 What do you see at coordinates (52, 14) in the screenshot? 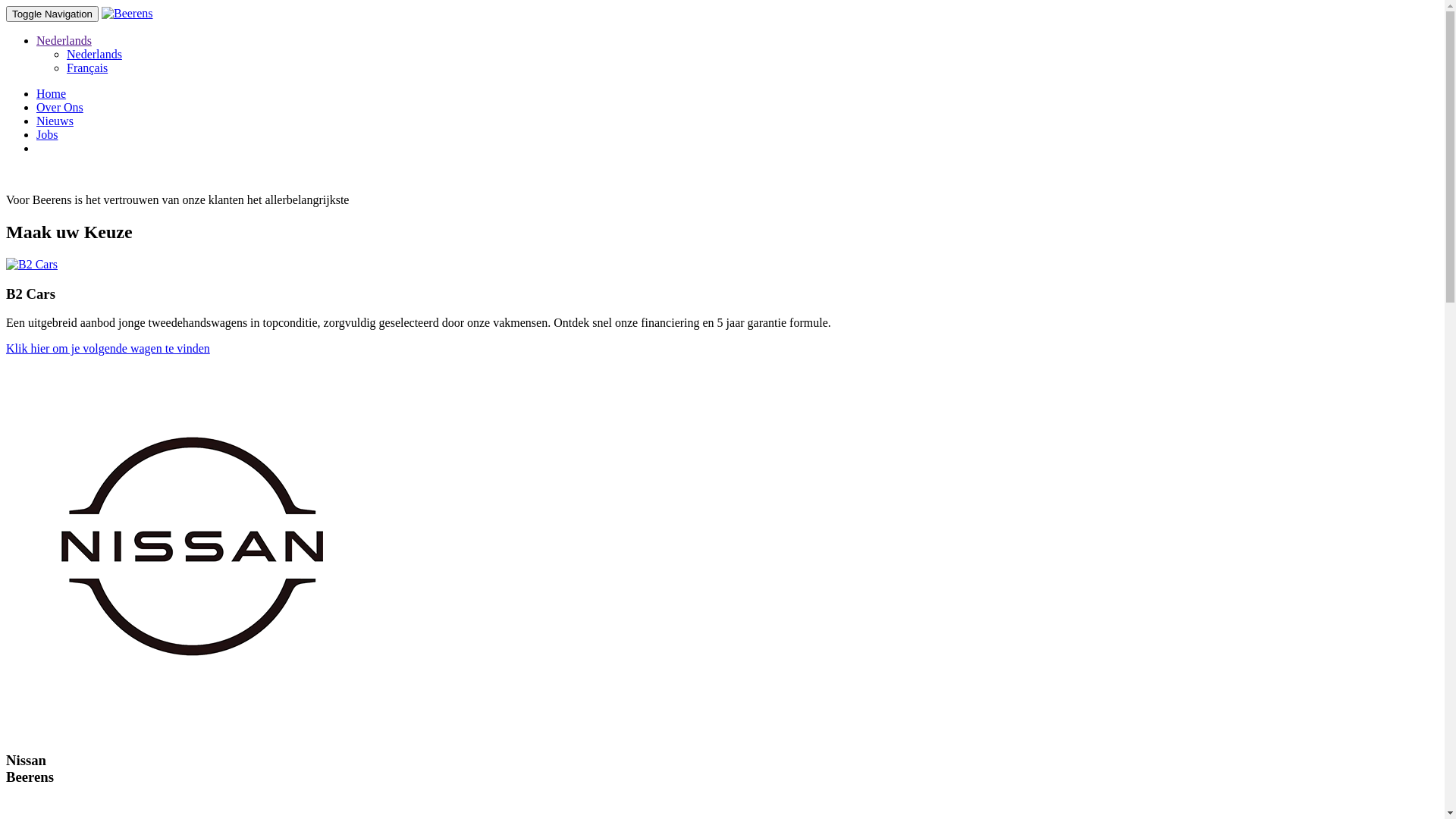
I see `'Toggle Navigation'` at bounding box center [52, 14].